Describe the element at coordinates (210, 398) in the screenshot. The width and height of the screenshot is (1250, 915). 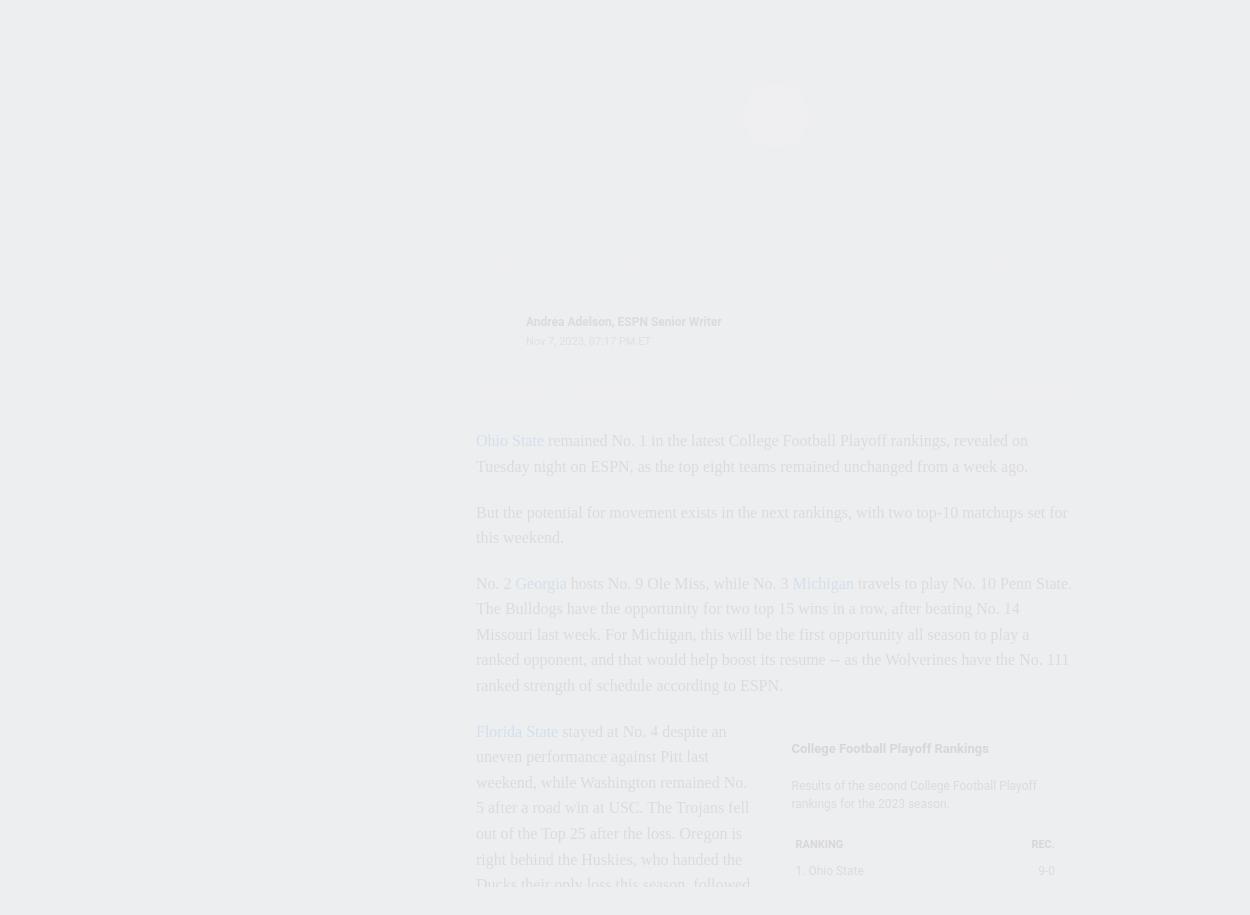
I see `'Georgia Bulldogs'` at that location.